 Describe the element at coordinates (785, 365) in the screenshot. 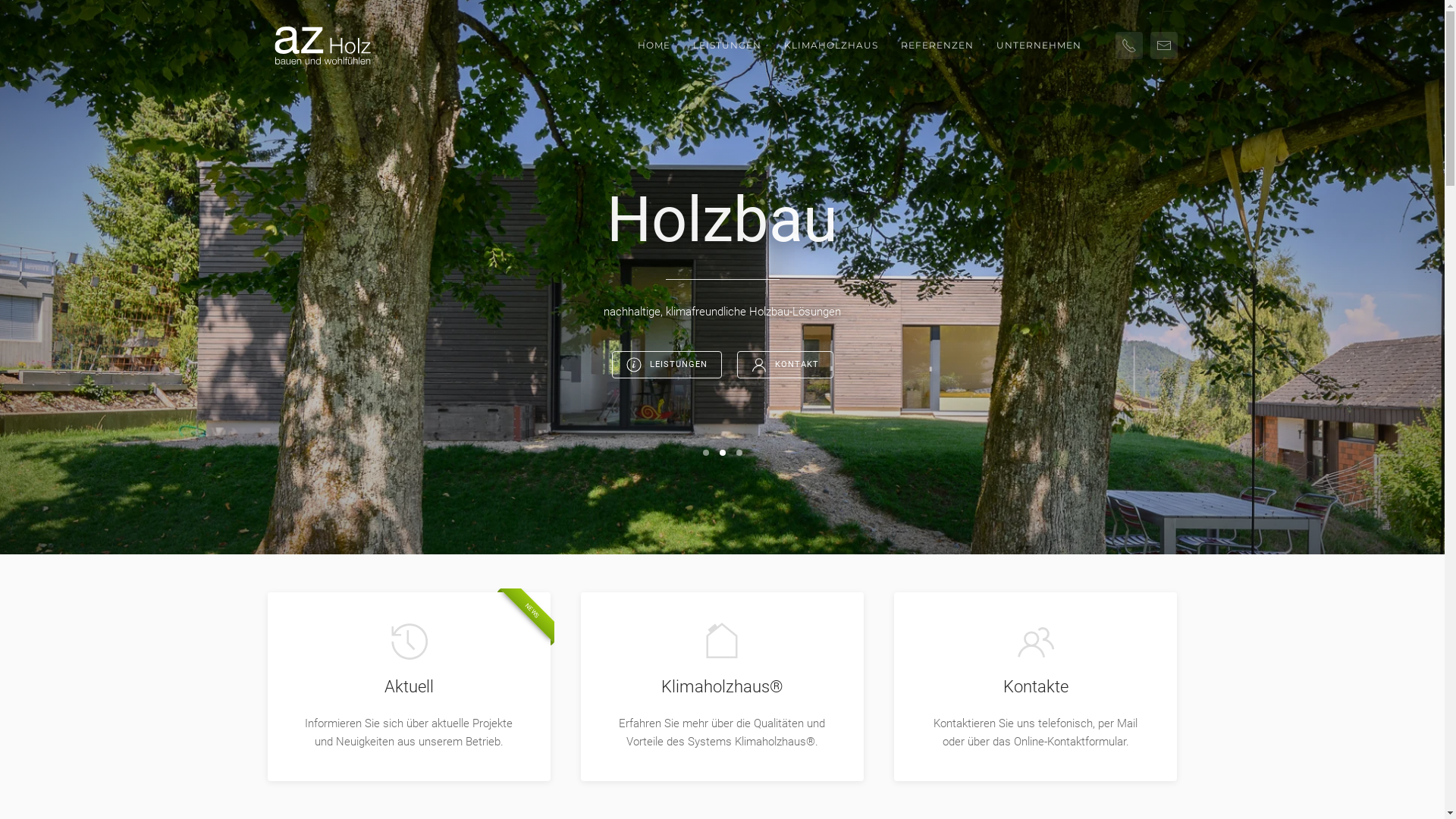

I see `'KONTAKT'` at that location.